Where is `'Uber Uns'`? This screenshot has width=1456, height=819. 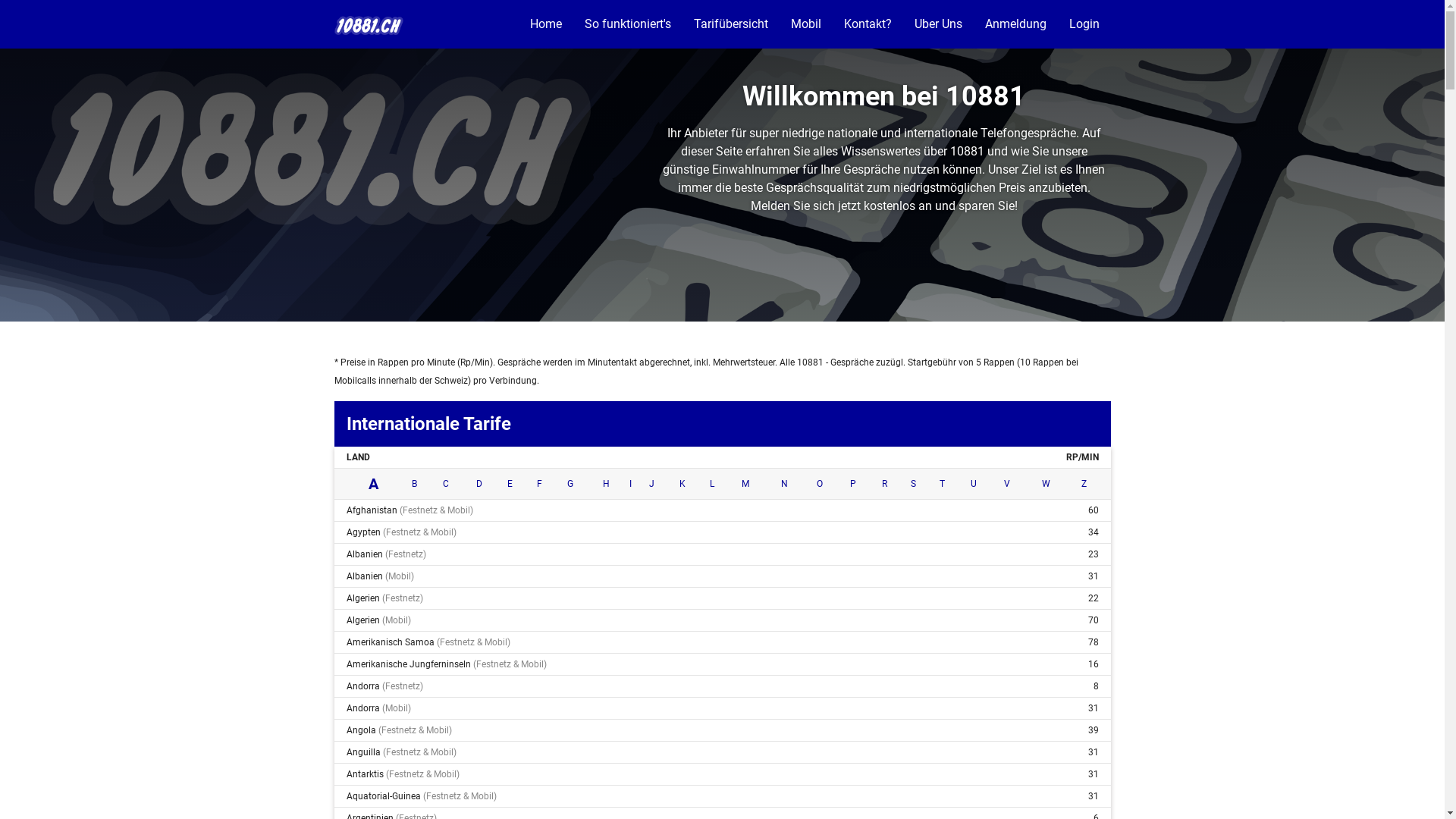
'Uber Uns' is located at coordinates (937, 24).